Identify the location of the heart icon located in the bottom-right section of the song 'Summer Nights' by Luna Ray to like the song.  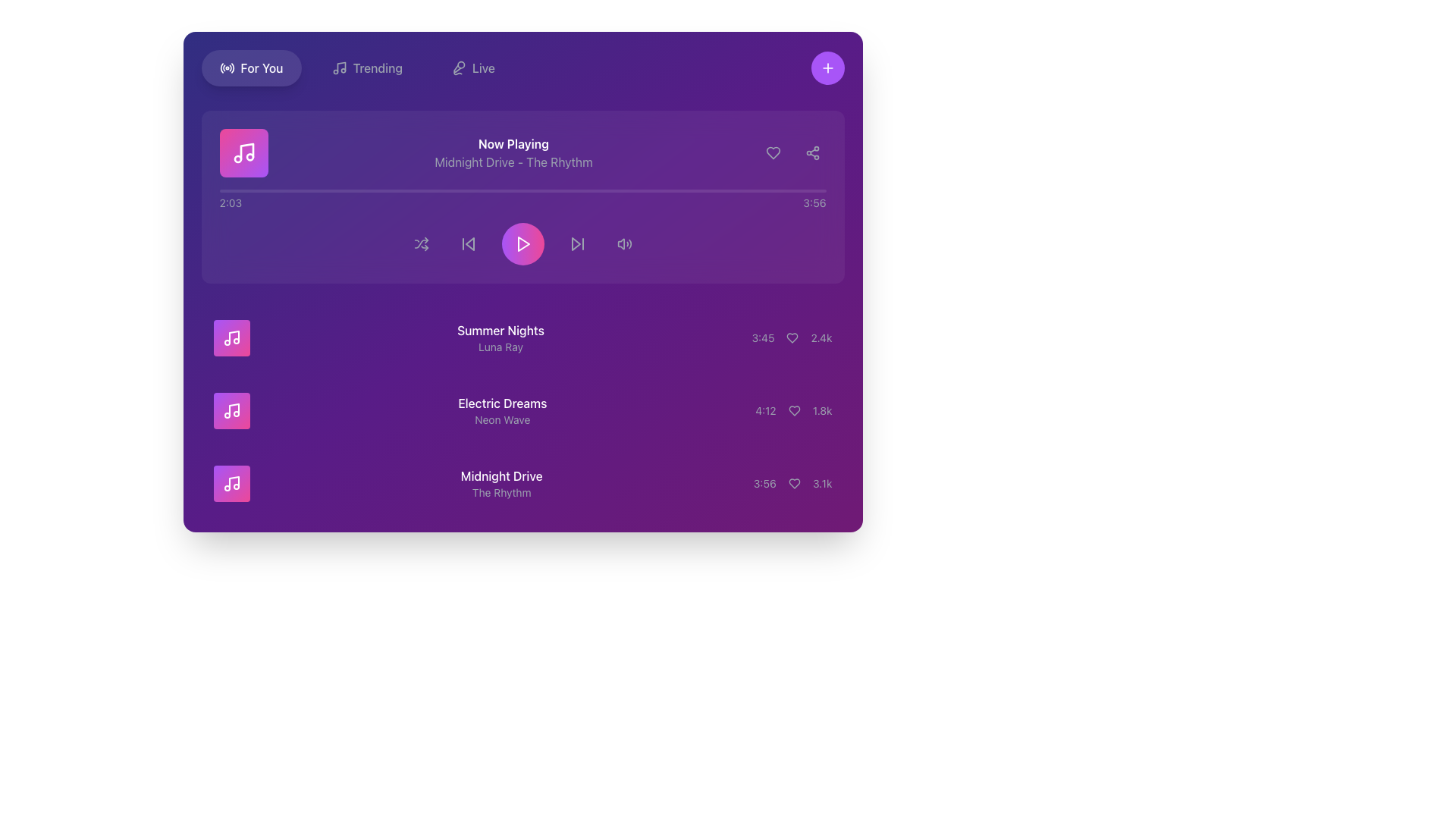
(791, 337).